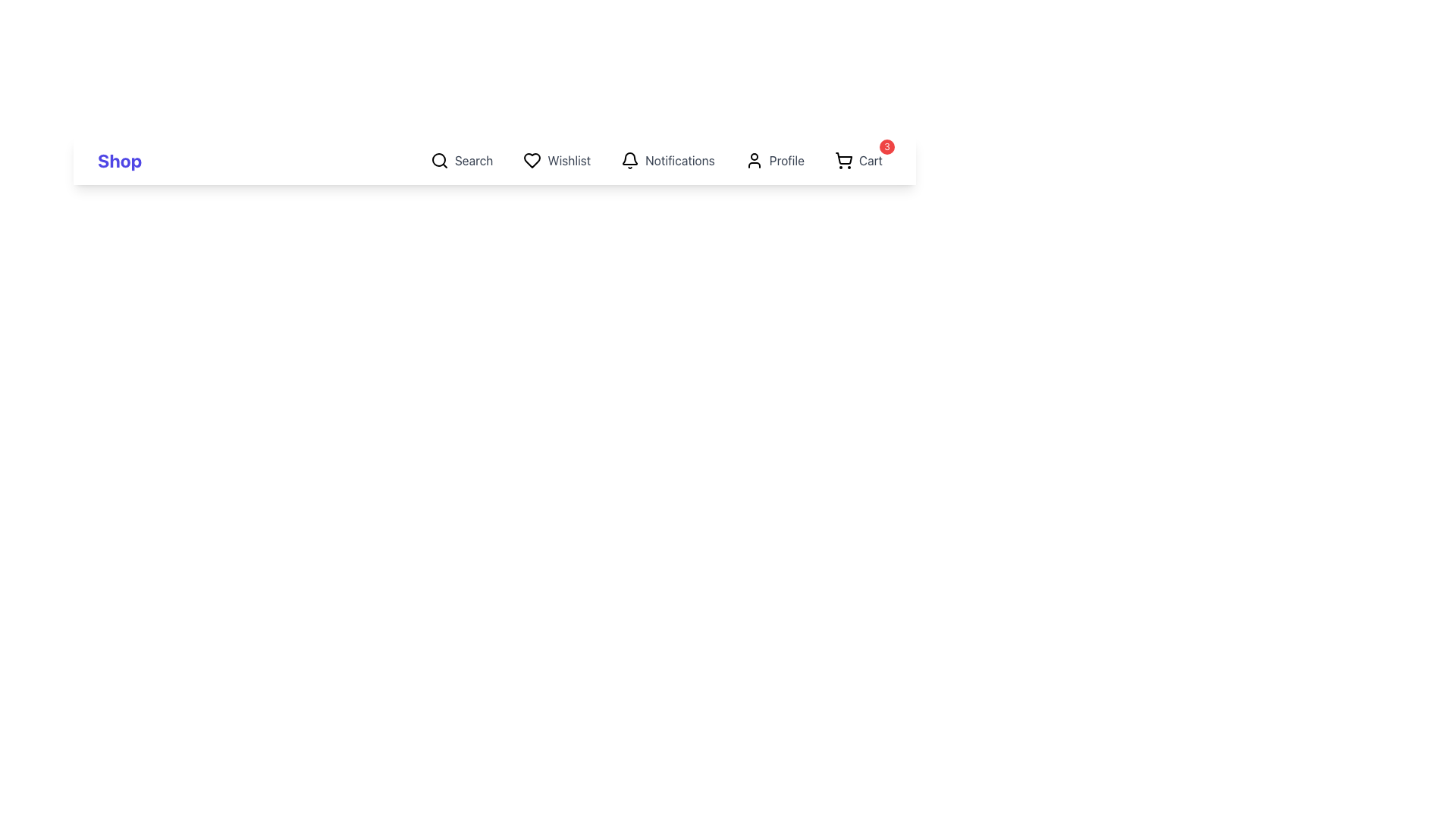  I want to click on the heart icon located in the navigation bar, so click(532, 161).